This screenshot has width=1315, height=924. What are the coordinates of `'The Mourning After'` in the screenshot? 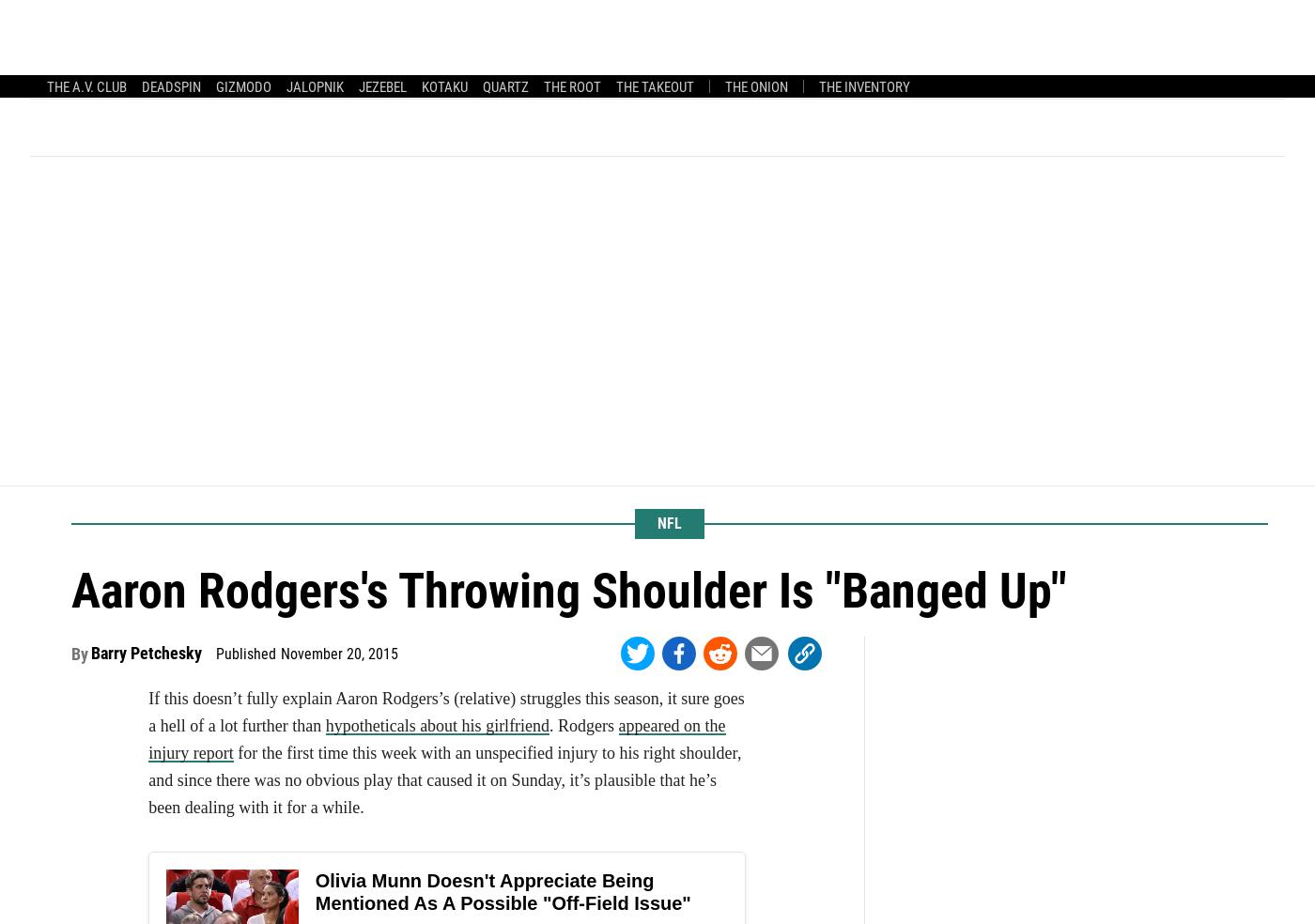 It's located at (373, 51).